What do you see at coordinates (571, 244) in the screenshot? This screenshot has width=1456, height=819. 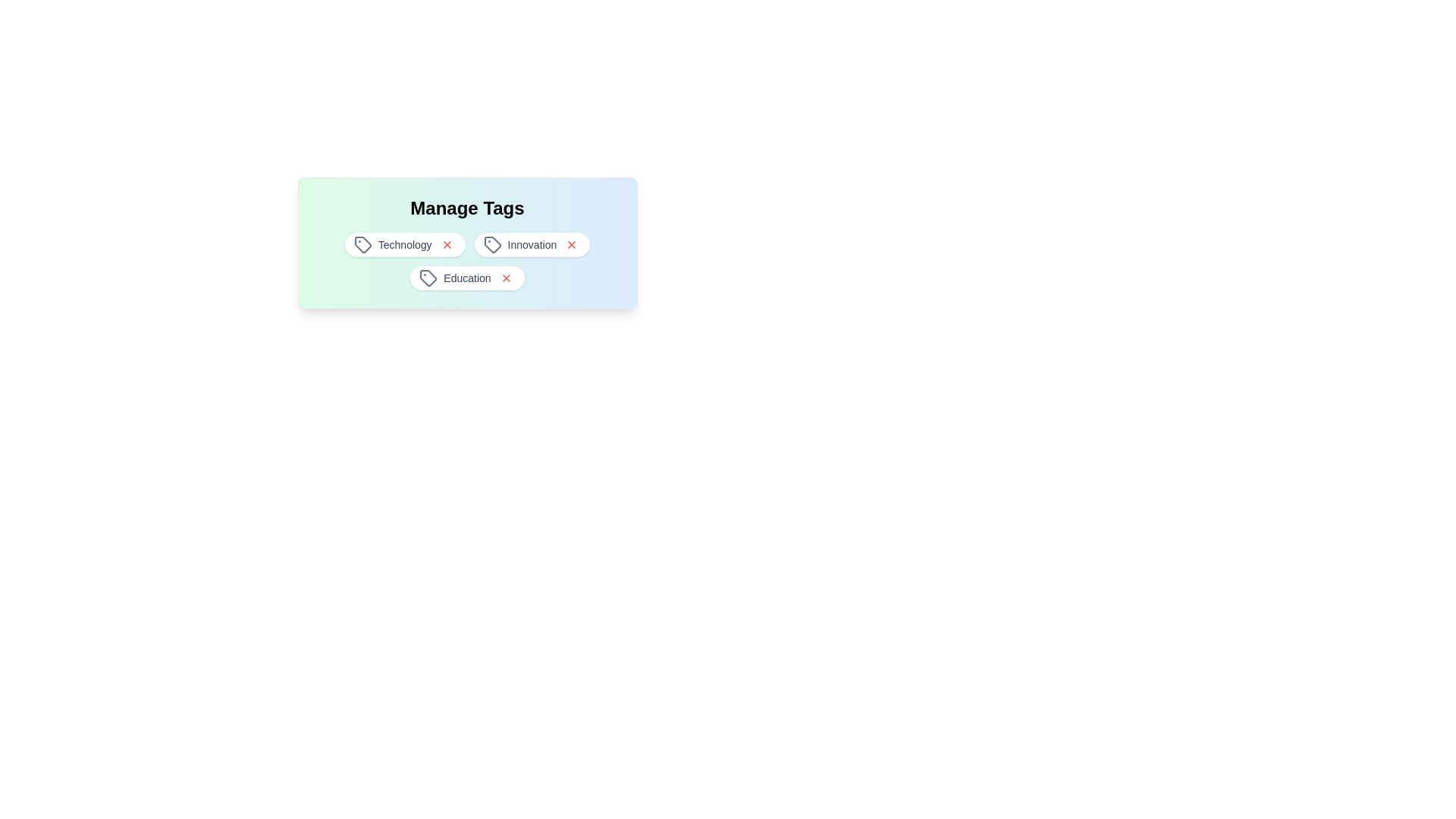 I see `the close button of the tag labeled Innovation to remove it` at bounding box center [571, 244].